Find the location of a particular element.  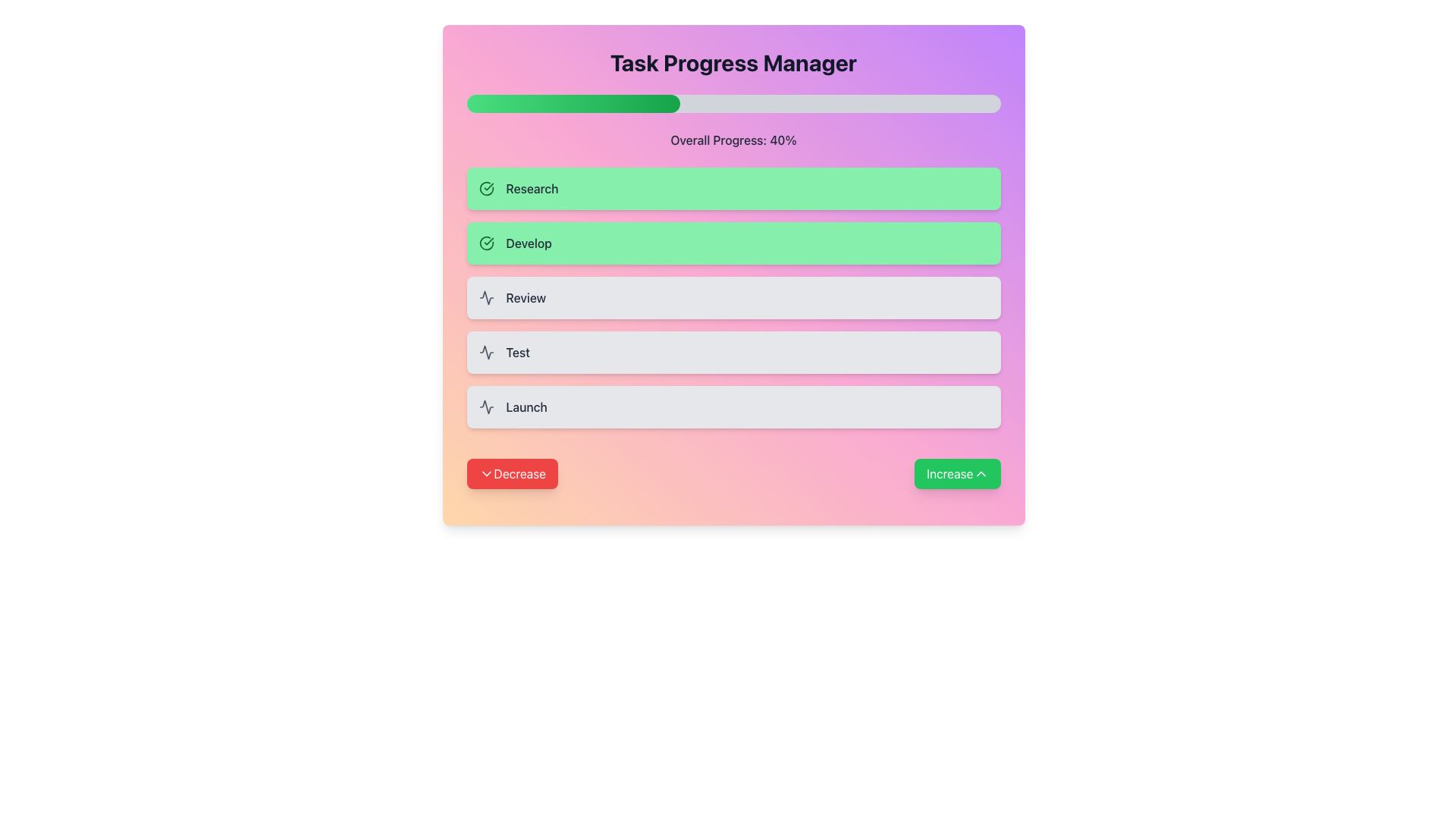

the chevron-down icon that indicates the 'Decrease' button, located near the lower-left corner of the application interface is located at coordinates (486, 472).